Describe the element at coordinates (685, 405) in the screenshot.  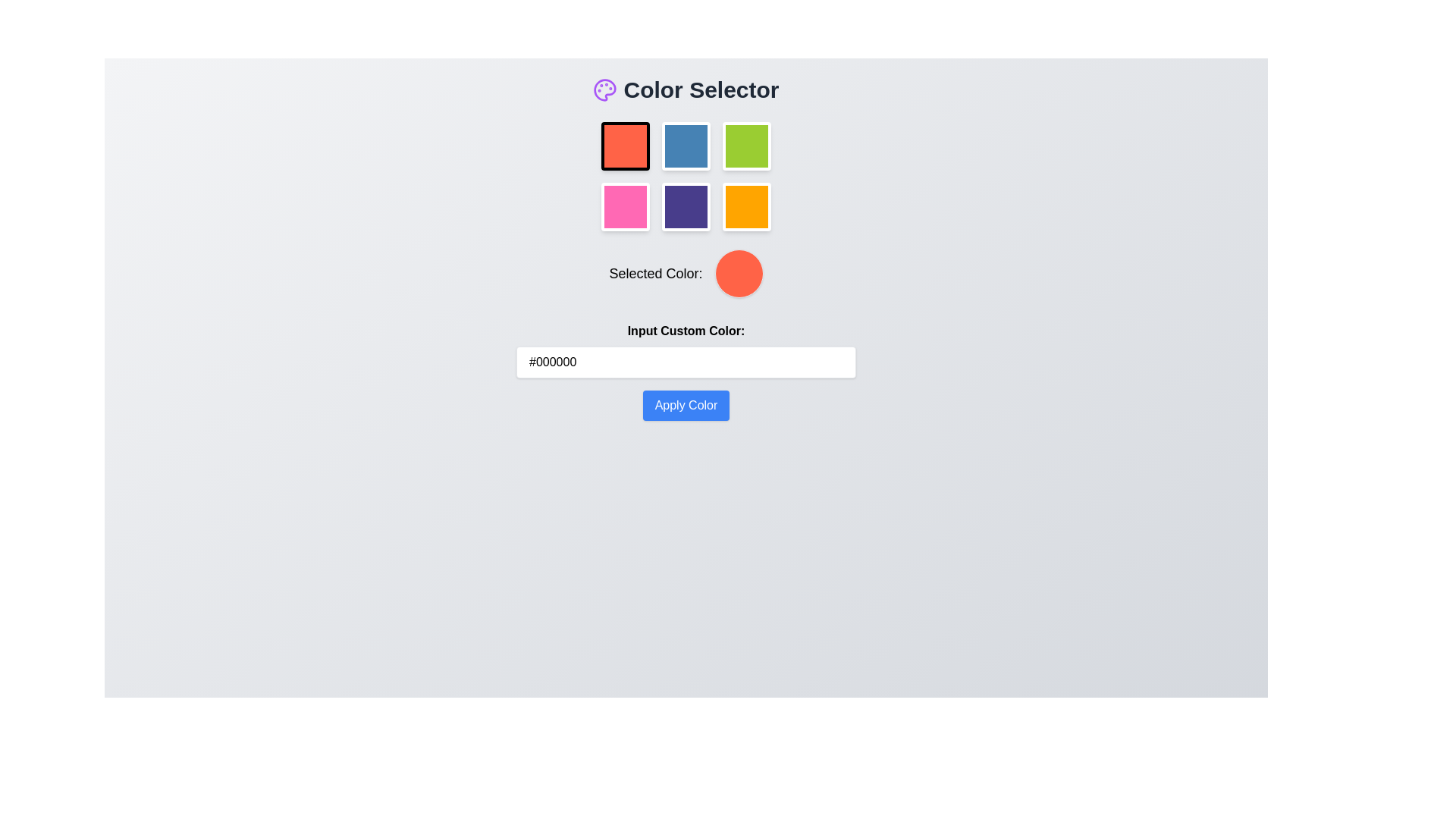
I see `the 'Apply Color' button located below the 'Input Custom Color:' text input box` at that location.